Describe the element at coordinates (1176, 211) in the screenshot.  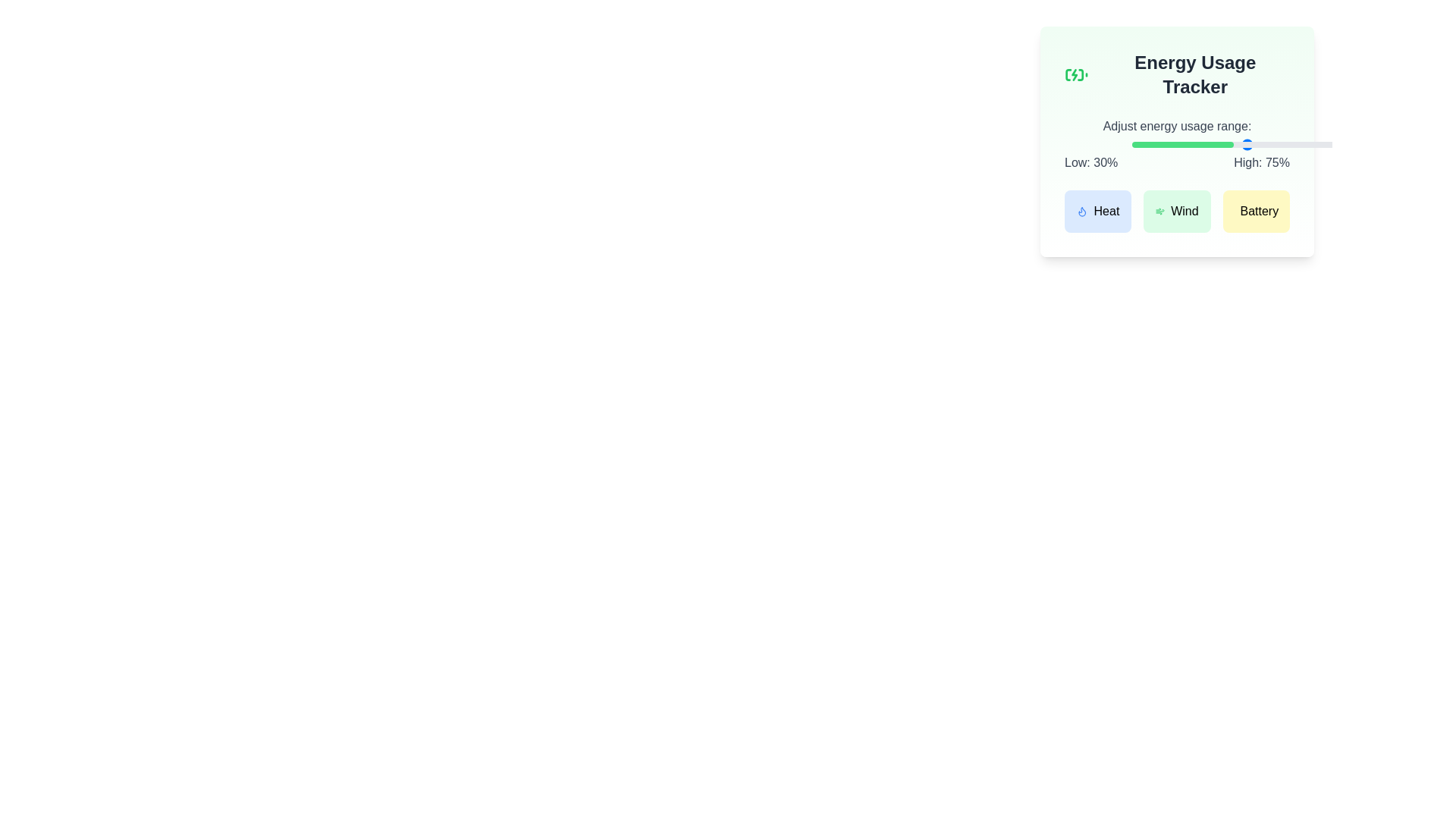
I see `the light green button labeled 'Wind' with a wind-related symbol` at that location.